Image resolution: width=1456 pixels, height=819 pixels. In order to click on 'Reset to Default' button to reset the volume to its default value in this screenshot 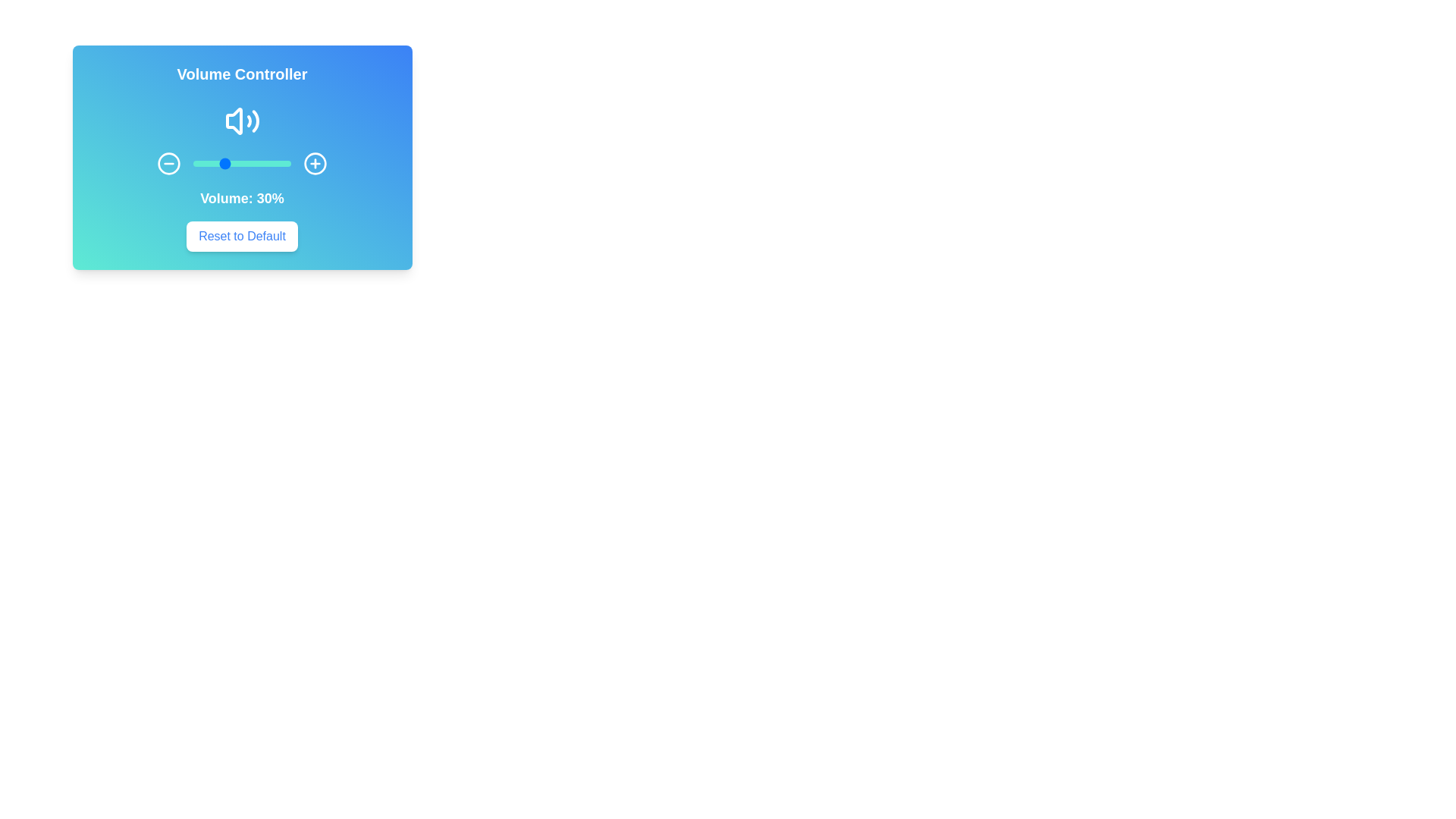, I will do `click(240, 237)`.